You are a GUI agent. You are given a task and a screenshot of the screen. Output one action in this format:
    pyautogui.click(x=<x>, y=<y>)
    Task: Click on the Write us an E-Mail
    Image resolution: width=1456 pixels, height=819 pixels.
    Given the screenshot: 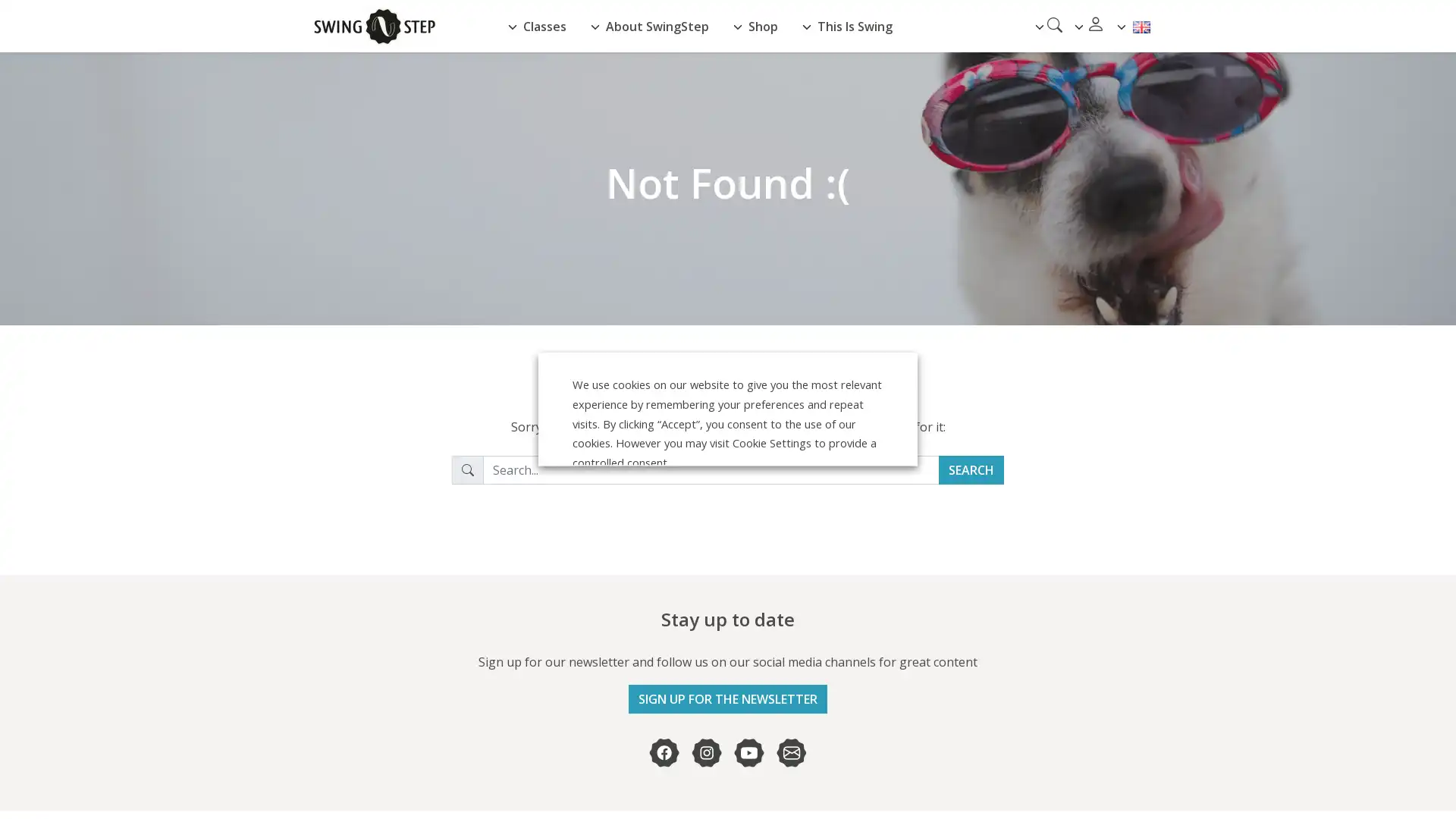 What is the action you would take?
    pyautogui.click(x=790, y=752)
    